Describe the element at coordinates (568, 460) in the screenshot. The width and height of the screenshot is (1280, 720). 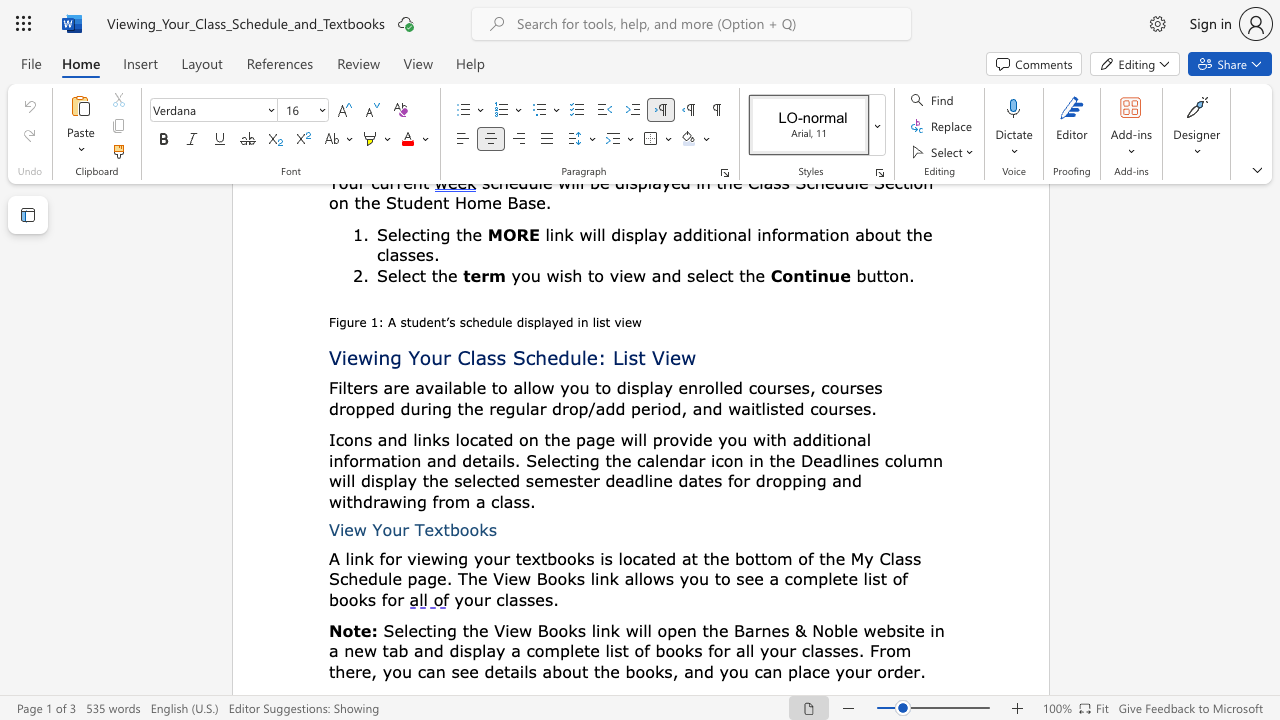
I see `the subset text "ting the calendar icon in the Deadlines column will display the selected semester d" within the text "information and details. Selecting the calendar icon in the Deadlines column will display the selected semester deadline dates for dropping and withdrawing from a class."` at that location.